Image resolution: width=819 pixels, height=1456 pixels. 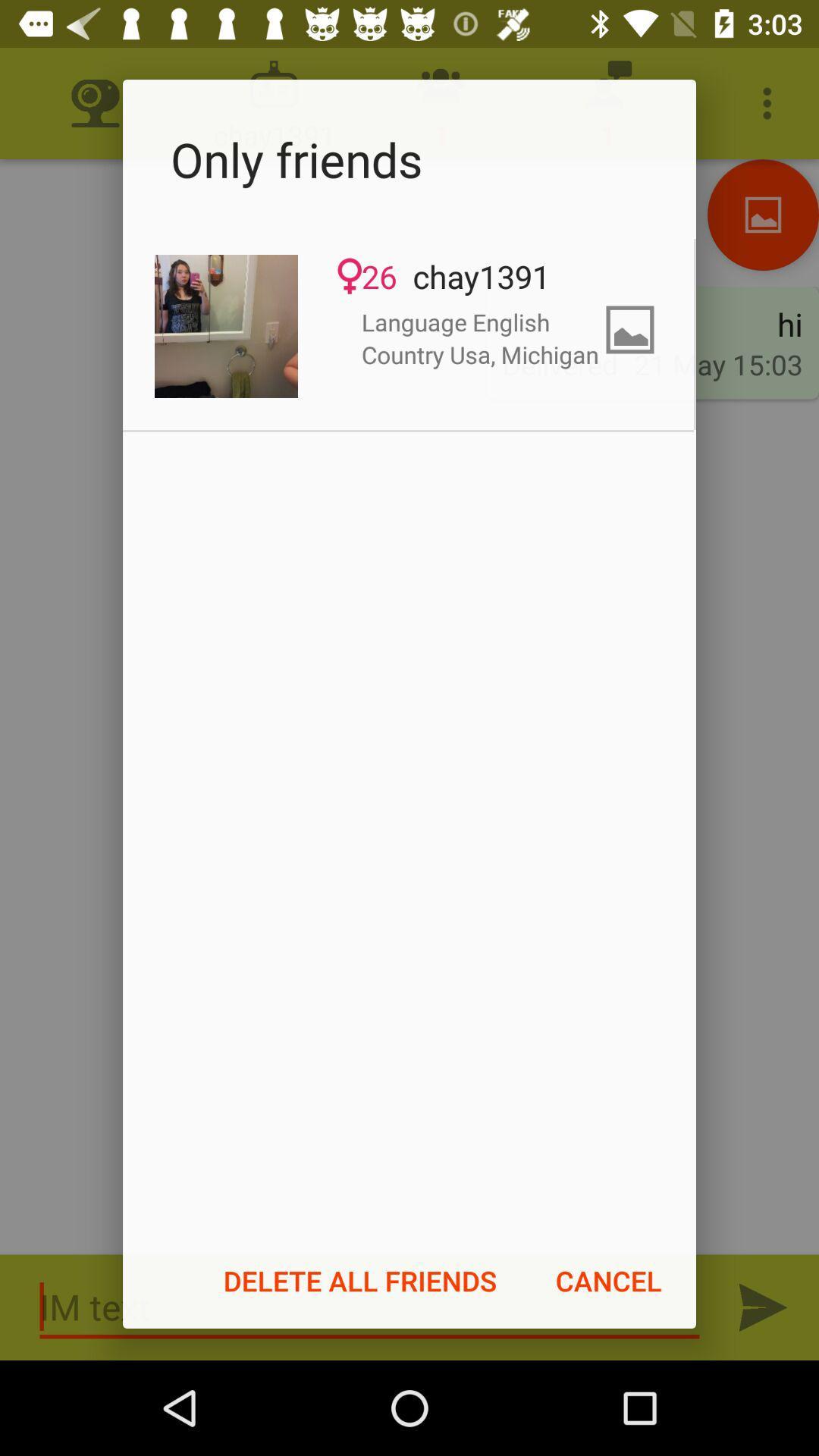 I want to click on item next to cancel, so click(x=360, y=1280).